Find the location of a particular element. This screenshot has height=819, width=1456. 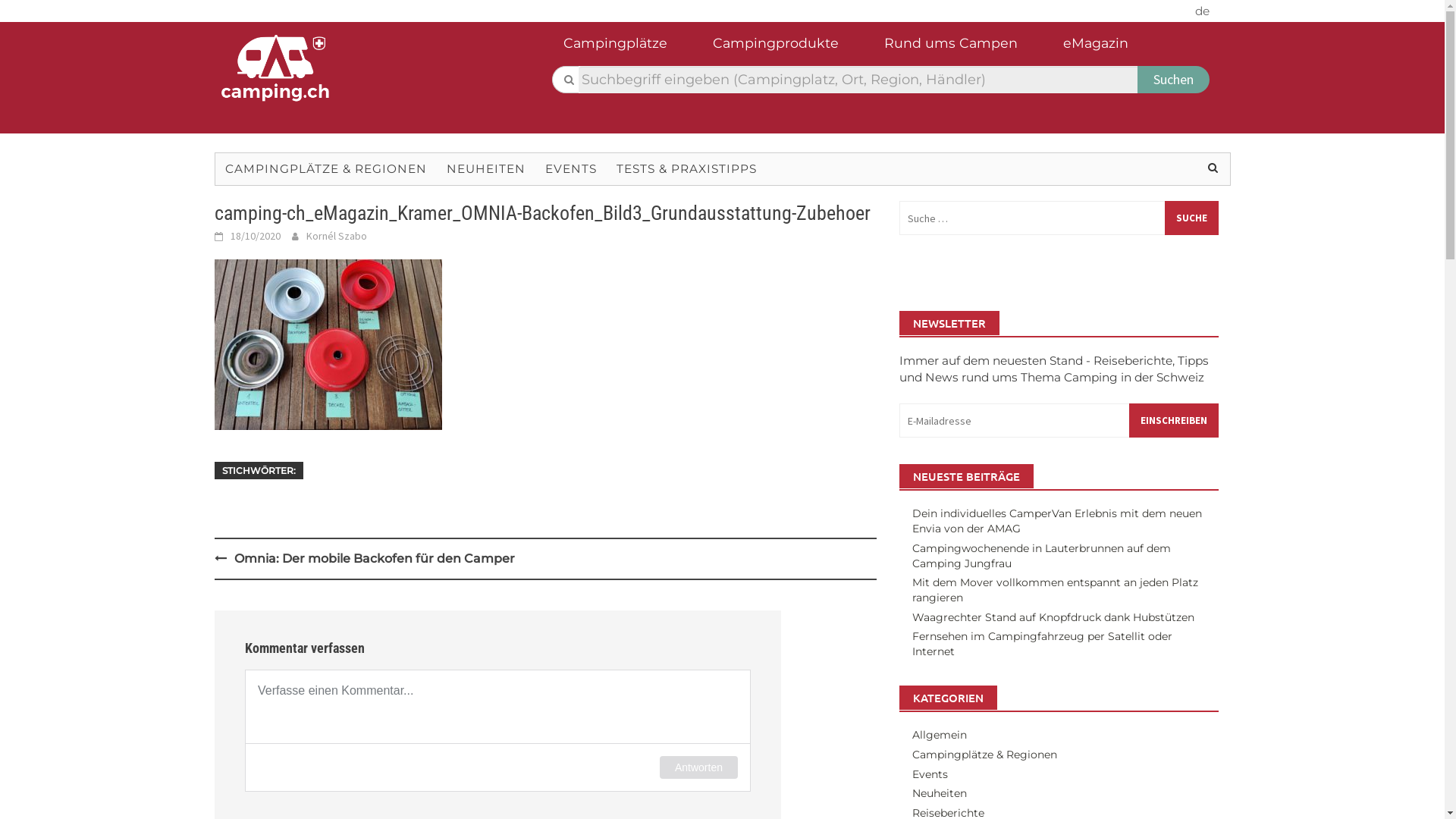

'Rund ums Campen' is located at coordinates (965, 47).